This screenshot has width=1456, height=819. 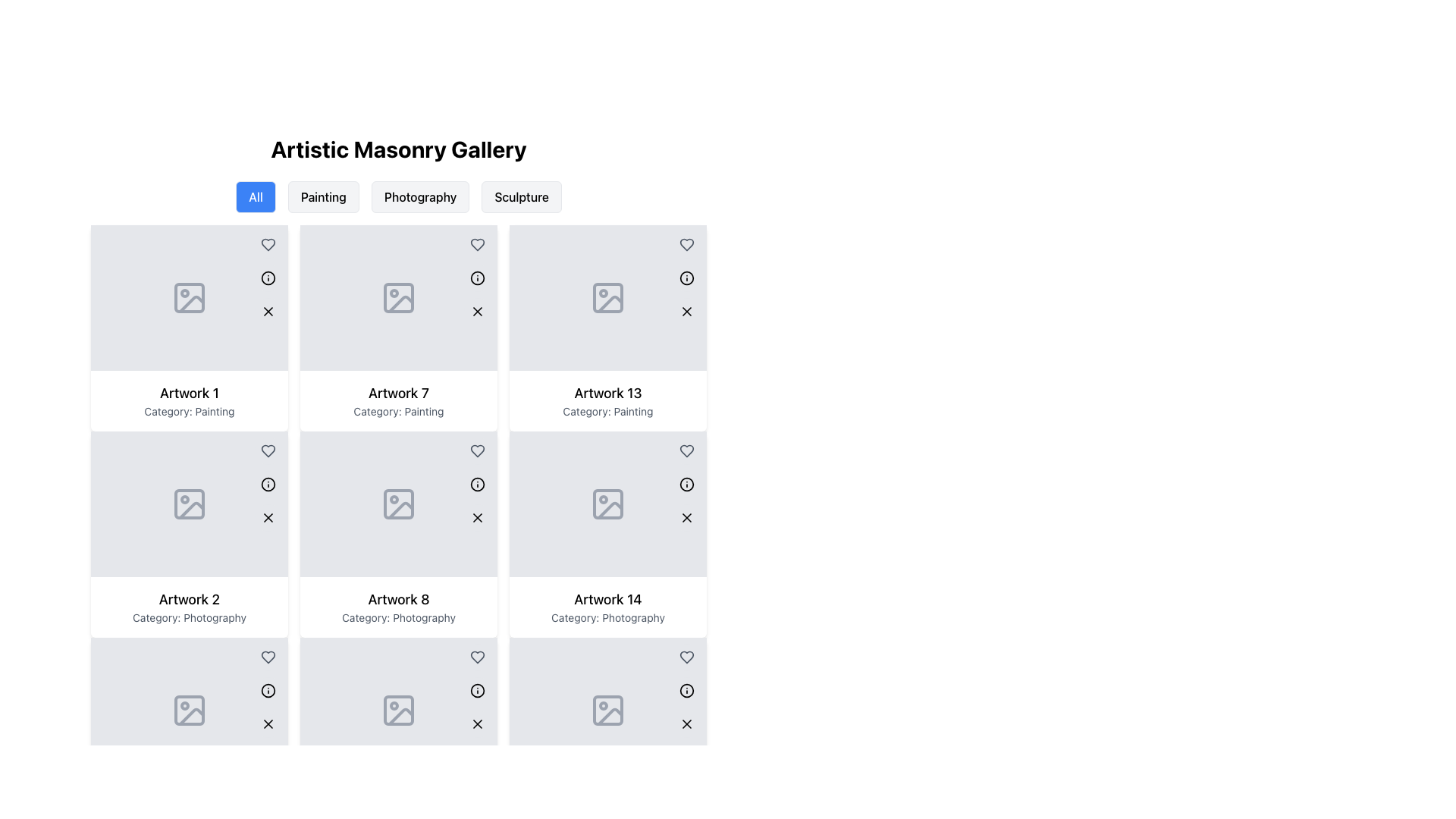 What do you see at coordinates (476, 278) in the screenshot?
I see `the middle circular button with a dot at its center in the upper right corner of the card representing Artwork 7` at bounding box center [476, 278].